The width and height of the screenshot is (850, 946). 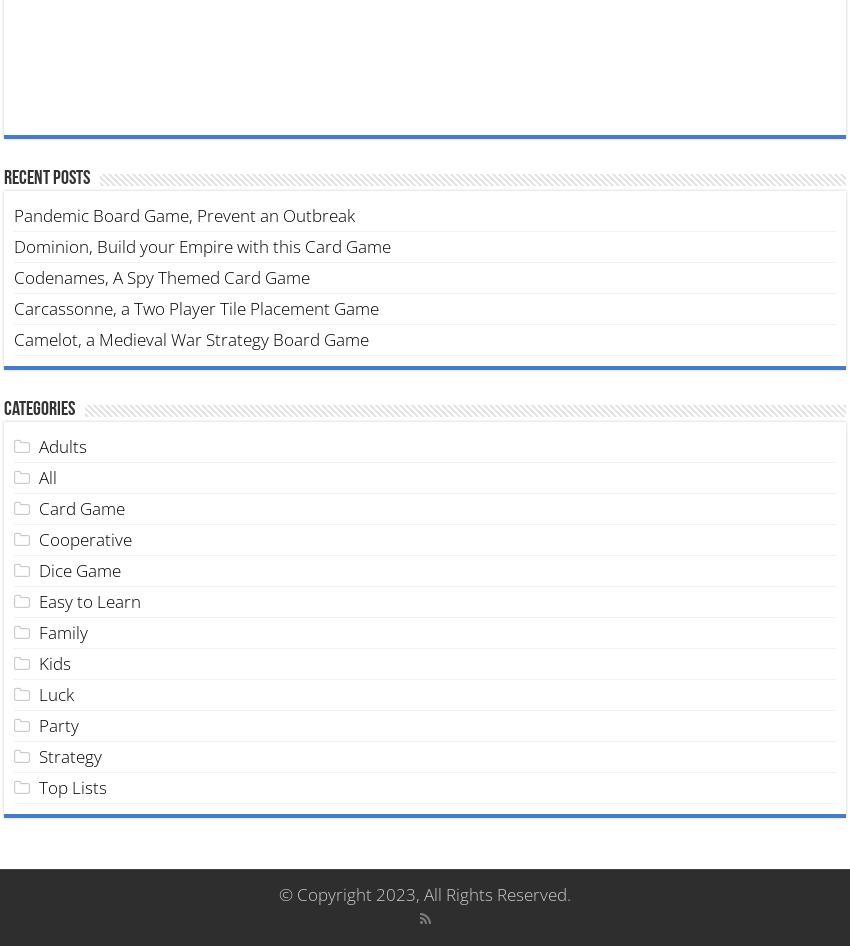 What do you see at coordinates (190, 338) in the screenshot?
I see `'Camelot, a Medieval War Strategy Board Game'` at bounding box center [190, 338].